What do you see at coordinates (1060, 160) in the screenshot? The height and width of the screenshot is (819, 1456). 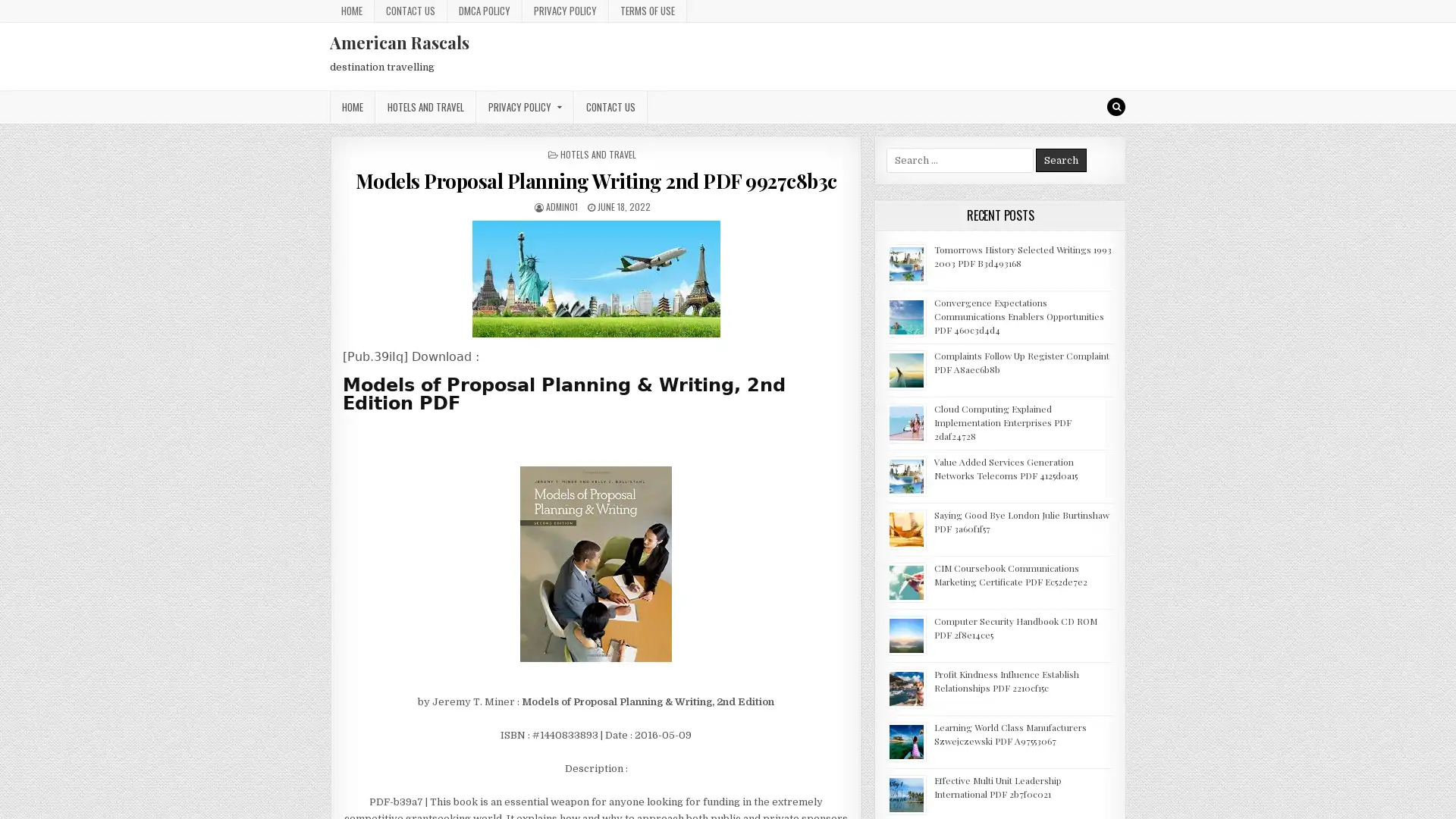 I see `Search` at bounding box center [1060, 160].